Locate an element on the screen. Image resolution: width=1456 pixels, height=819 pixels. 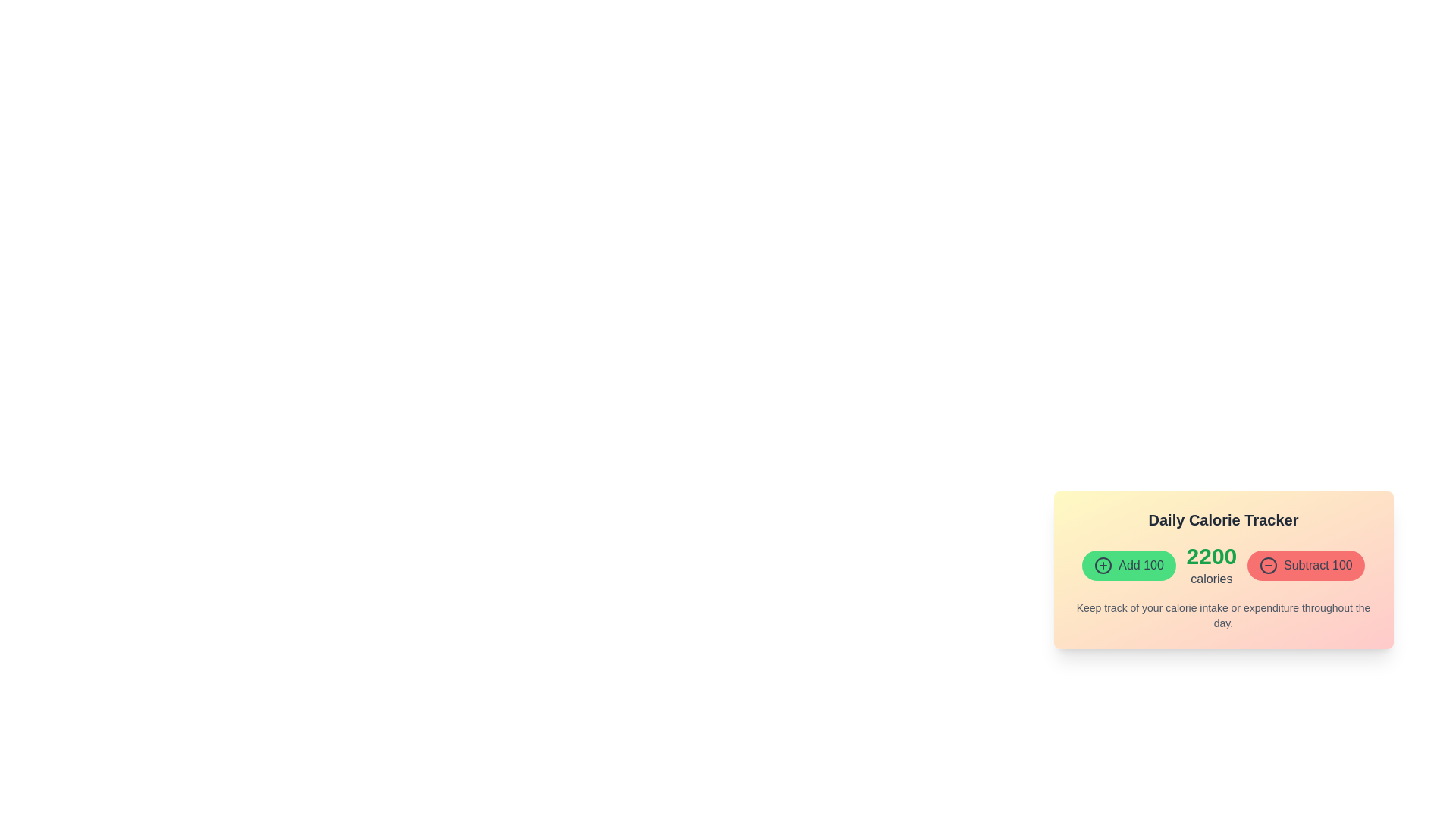
the green circular SVG icon with a red cross, located to the left of the 'Add 100' button in the calorie tracker interface is located at coordinates (1103, 565).